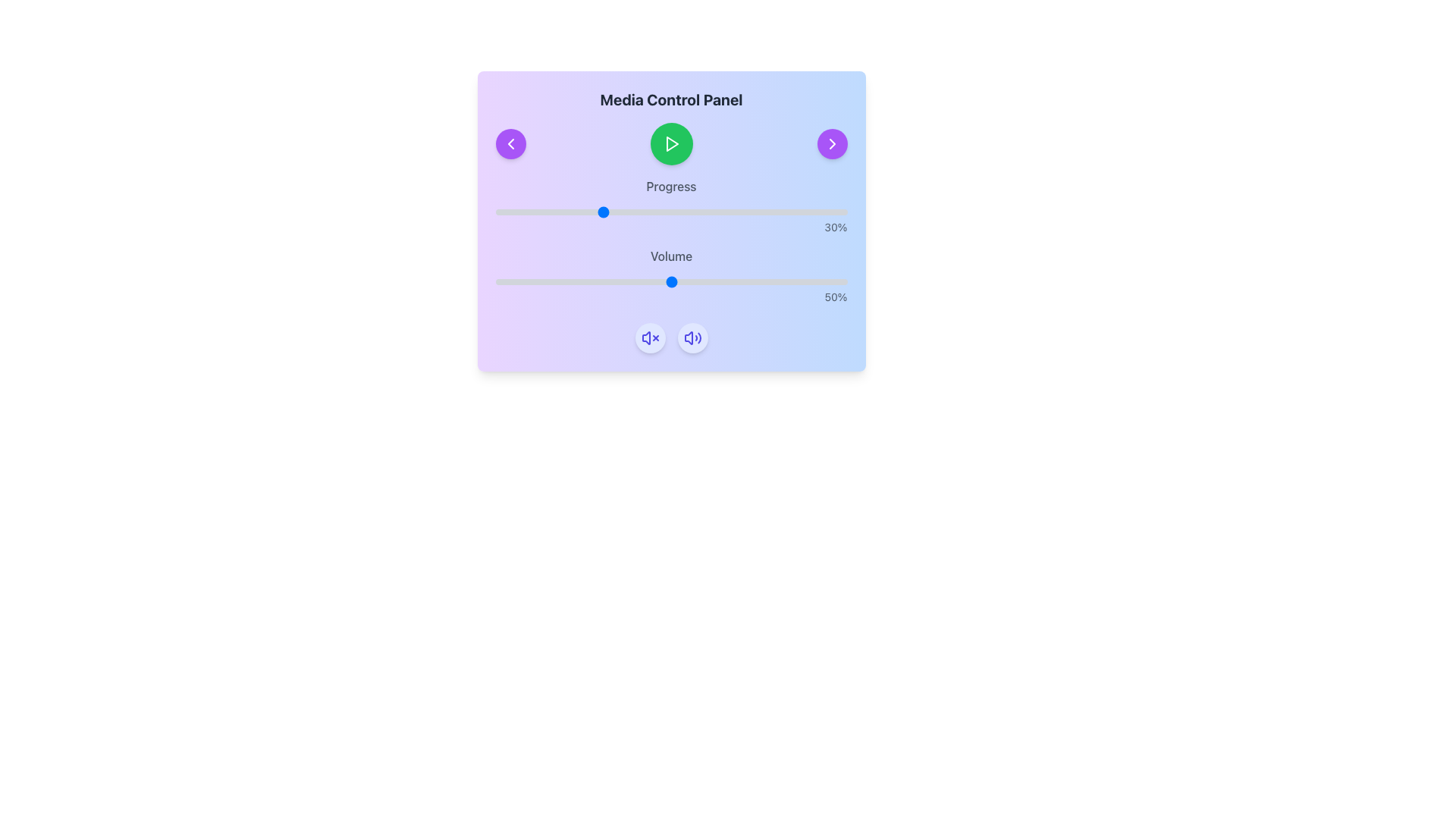  Describe the element at coordinates (670, 206) in the screenshot. I see `progress percentage displayed in the progress bar labeled 'Progress', which shows '30%' to the right of the bar` at that location.